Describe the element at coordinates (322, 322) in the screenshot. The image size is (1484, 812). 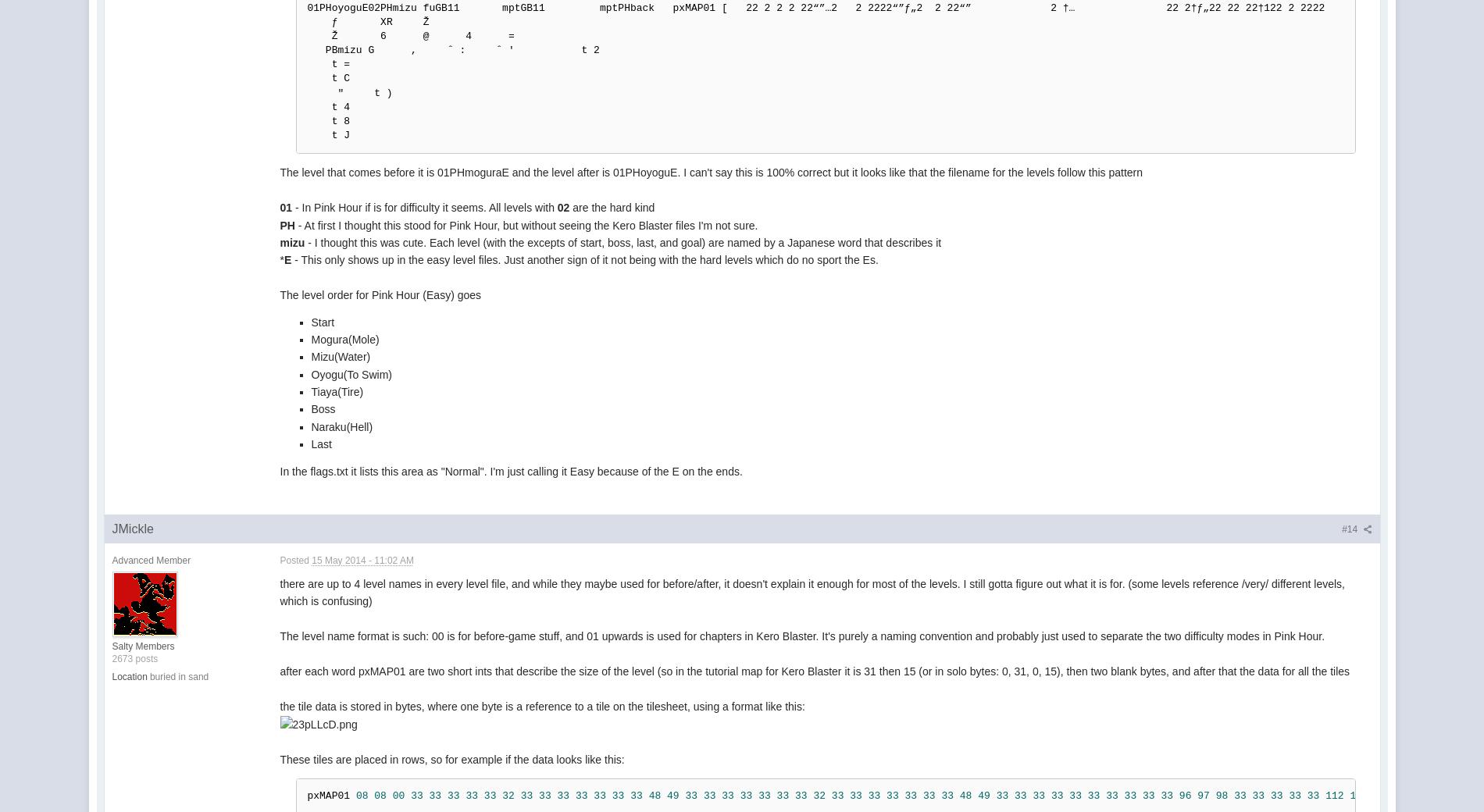
I see `'Start'` at that location.